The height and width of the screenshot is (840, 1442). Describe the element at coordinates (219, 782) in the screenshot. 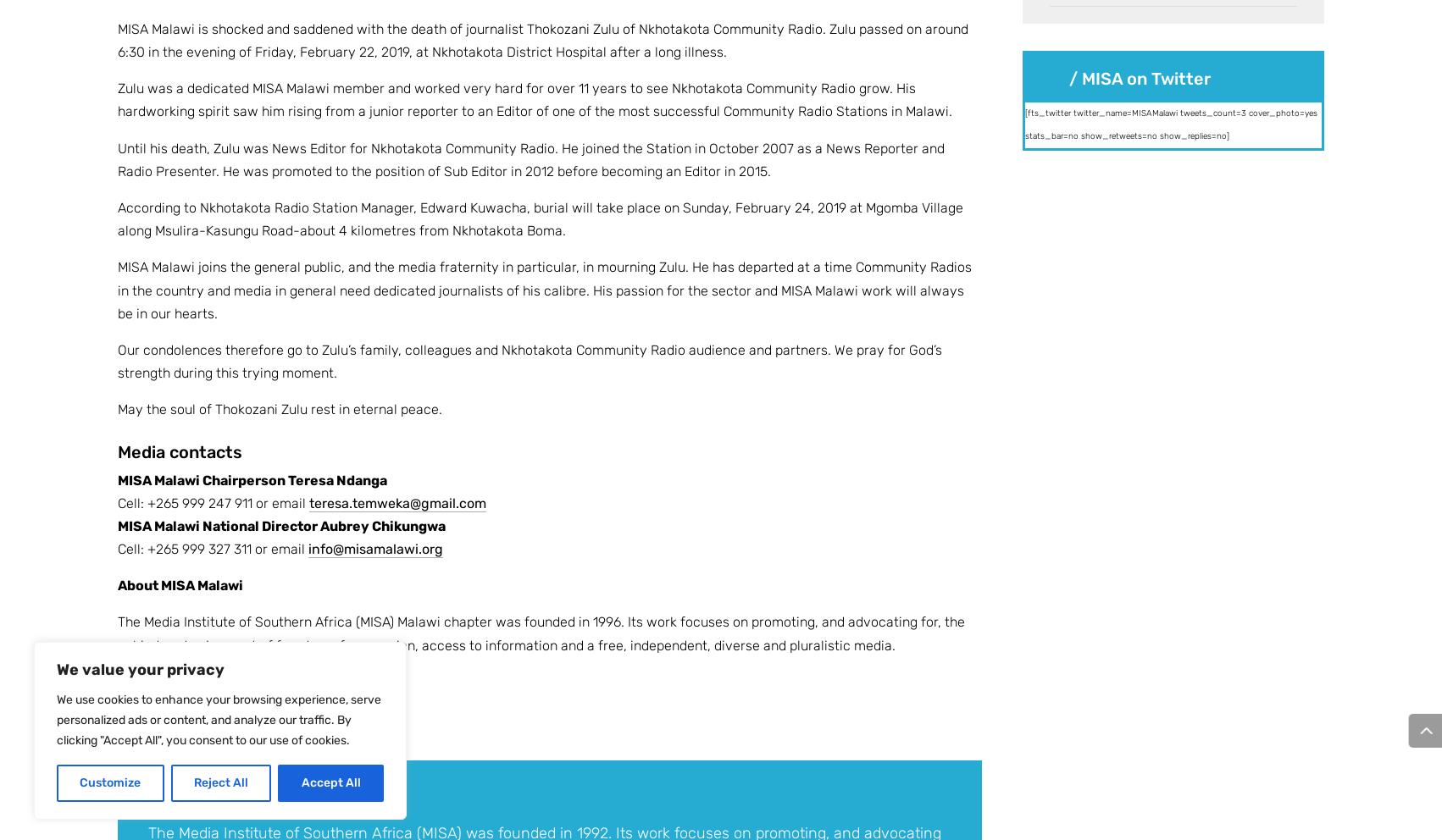

I see `'Reject All'` at that location.